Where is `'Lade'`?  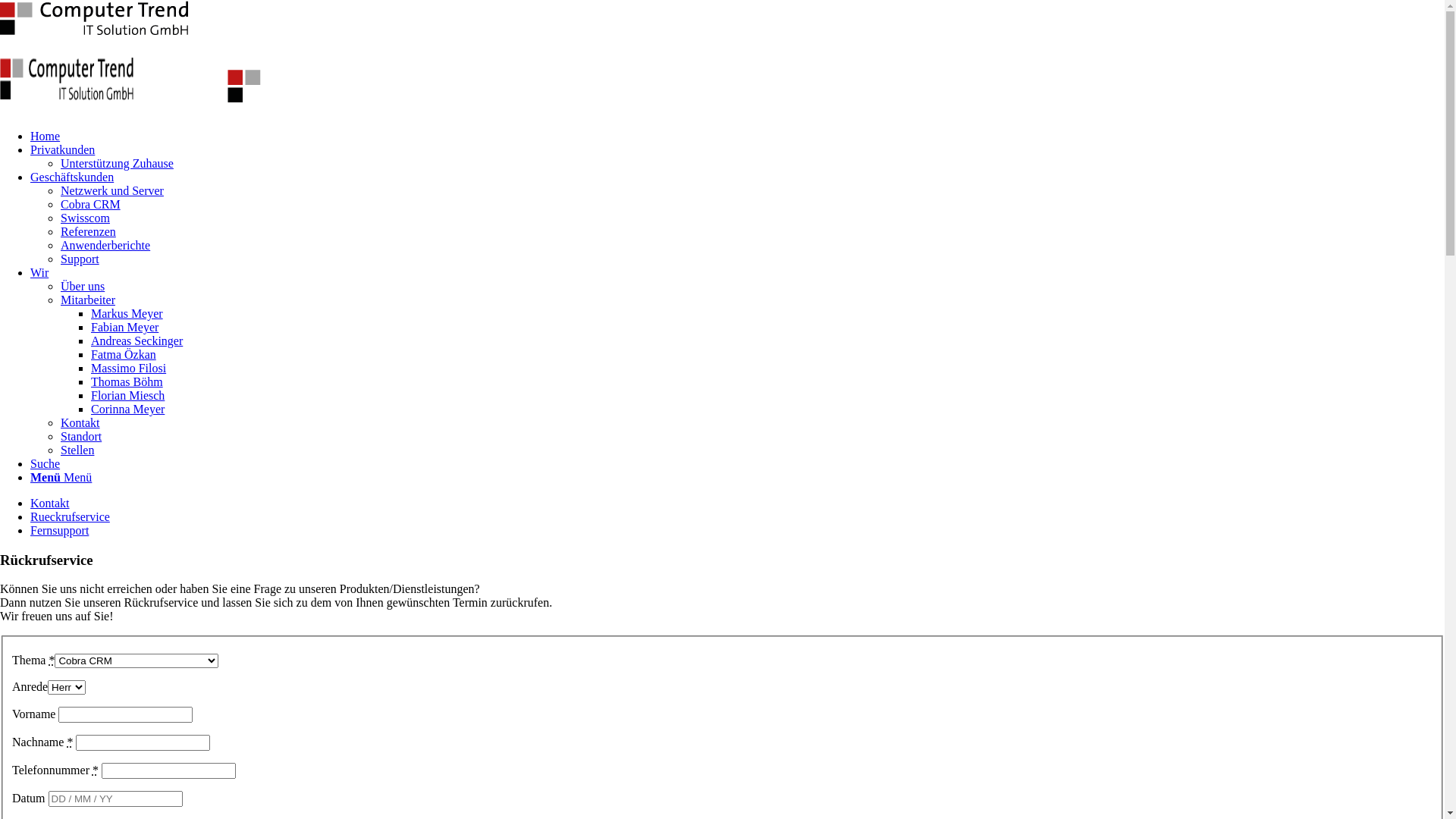 'Lade' is located at coordinates (93, 17).